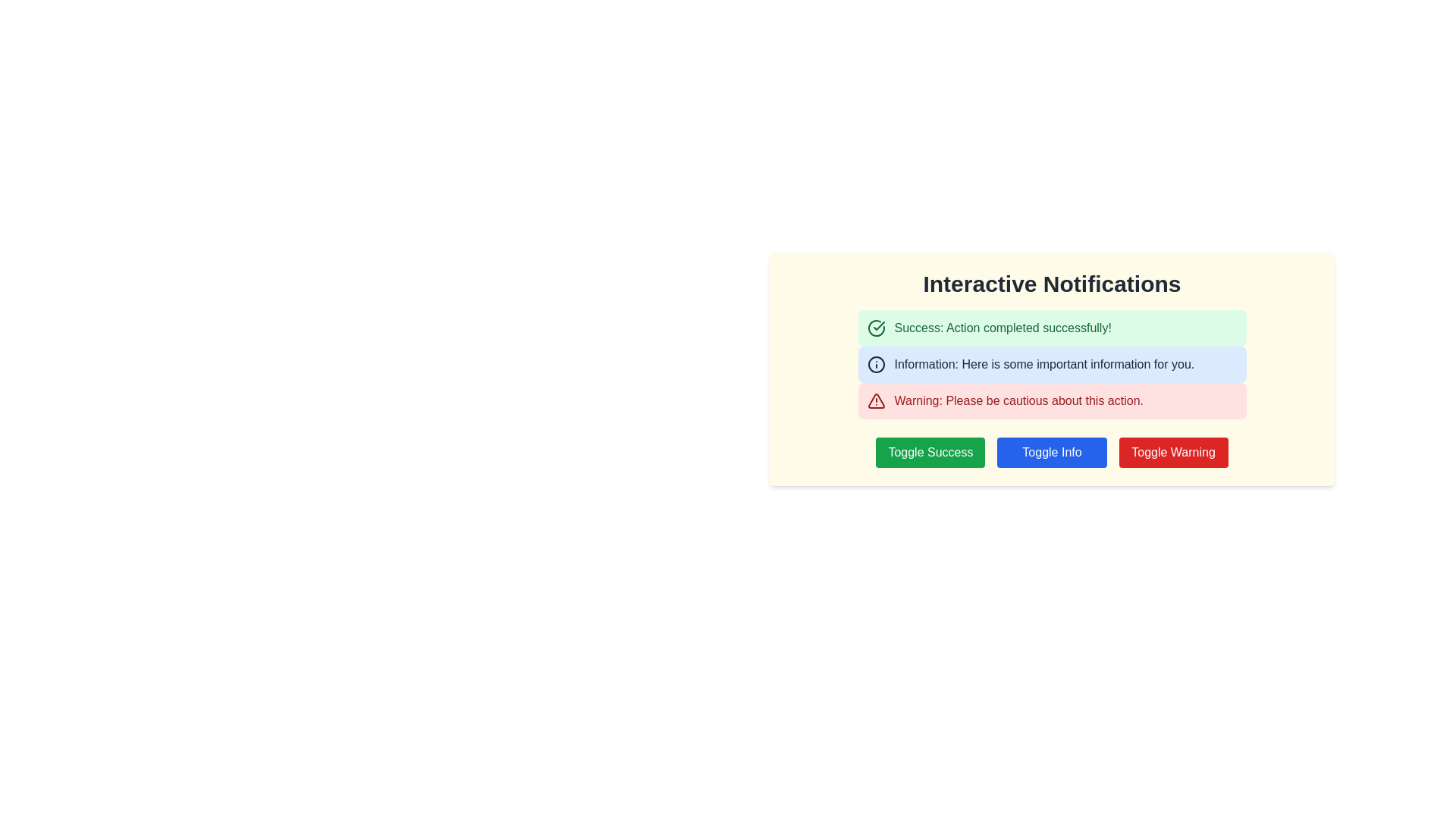  Describe the element at coordinates (876, 365) in the screenshot. I see `the SVG Circle that visually represents the information icon, located to the left of the 'Information: Here is some important information for you.' text` at that location.